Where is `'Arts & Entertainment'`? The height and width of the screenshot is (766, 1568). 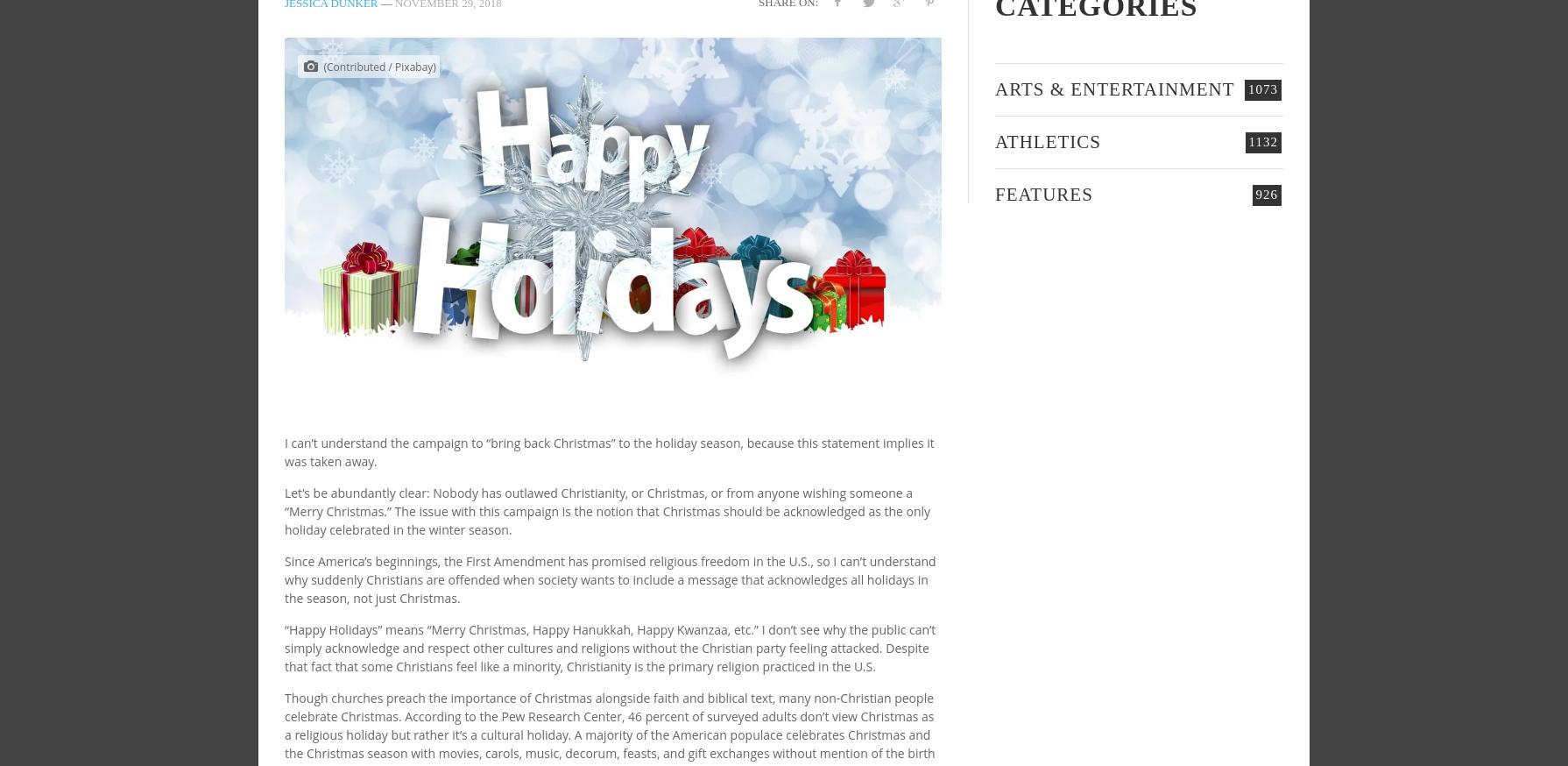 'Arts & Entertainment' is located at coordinates (1114, 89).